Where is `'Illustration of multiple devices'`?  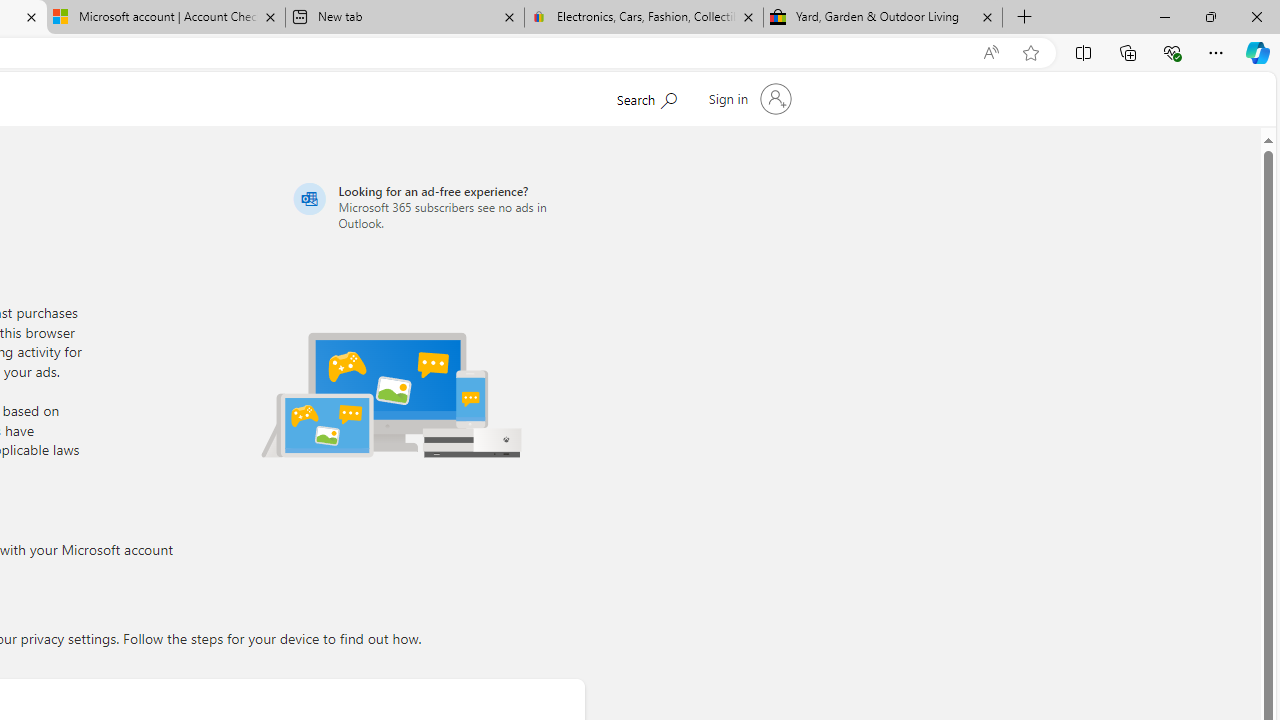 'Illustration of multiple devices' is located at coordinates (391, 394).